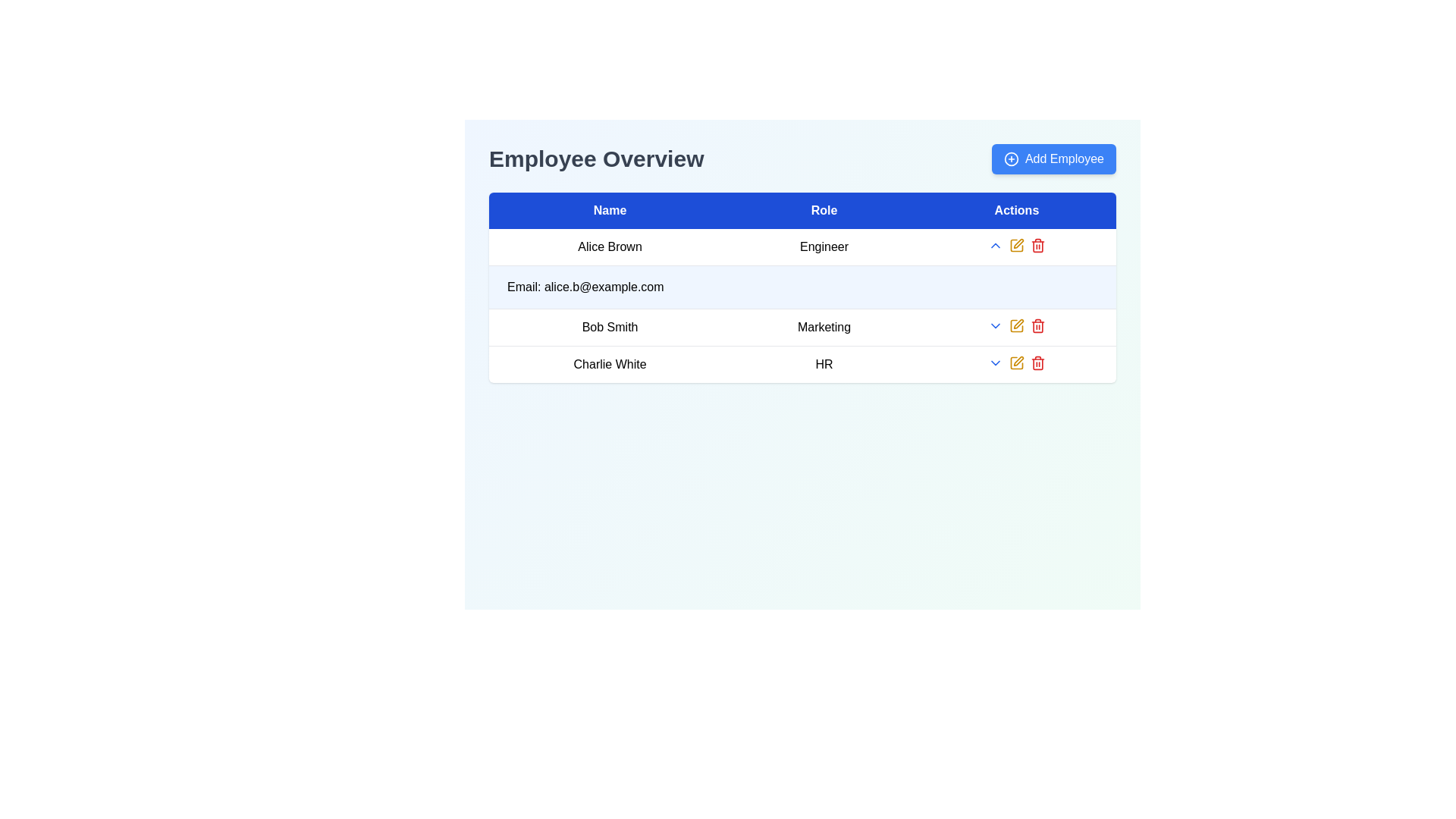 This screenshot has height=819, width=1456. Describe the element at coordinates (1018, 323) in the screenshot. I see `the edit icon button, which resembles a pen and is located in the 'Actions' column of the second row in the employee details table` at that location.